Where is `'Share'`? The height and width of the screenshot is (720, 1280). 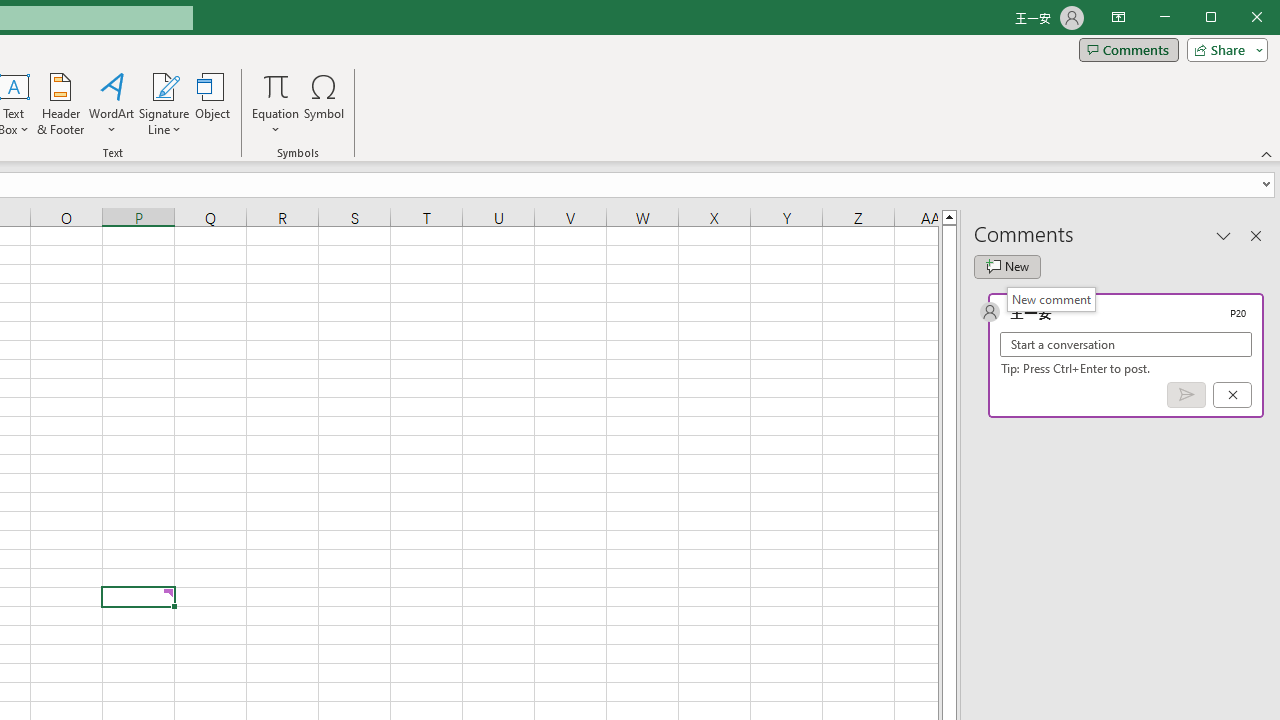
'Share' is located at coordinates (1222, 49).